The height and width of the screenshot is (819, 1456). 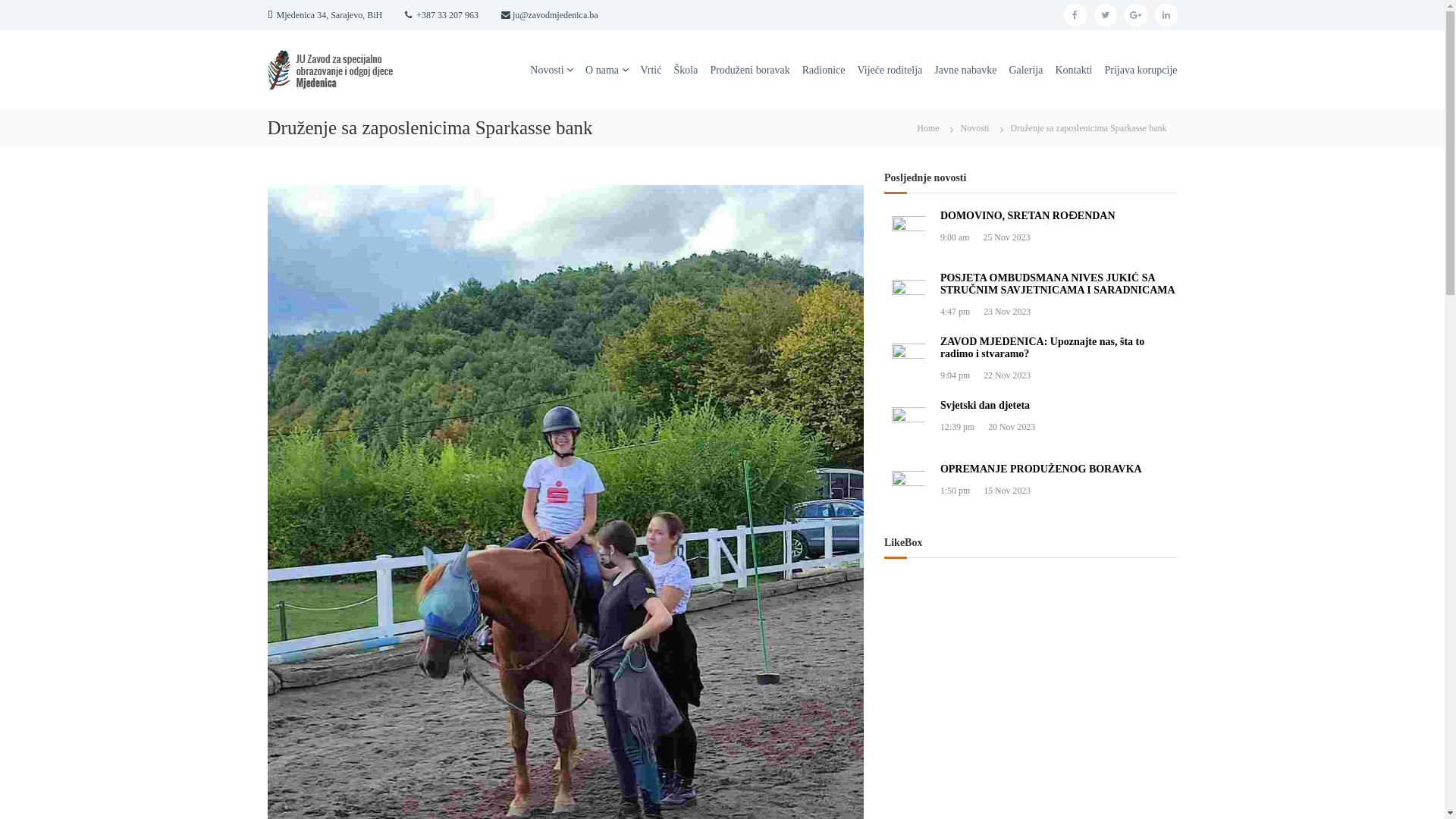 What do you see at coordinates (1105, 14) in the screenshot?
I see `'twitter'` at bounding box center [1105, 14].